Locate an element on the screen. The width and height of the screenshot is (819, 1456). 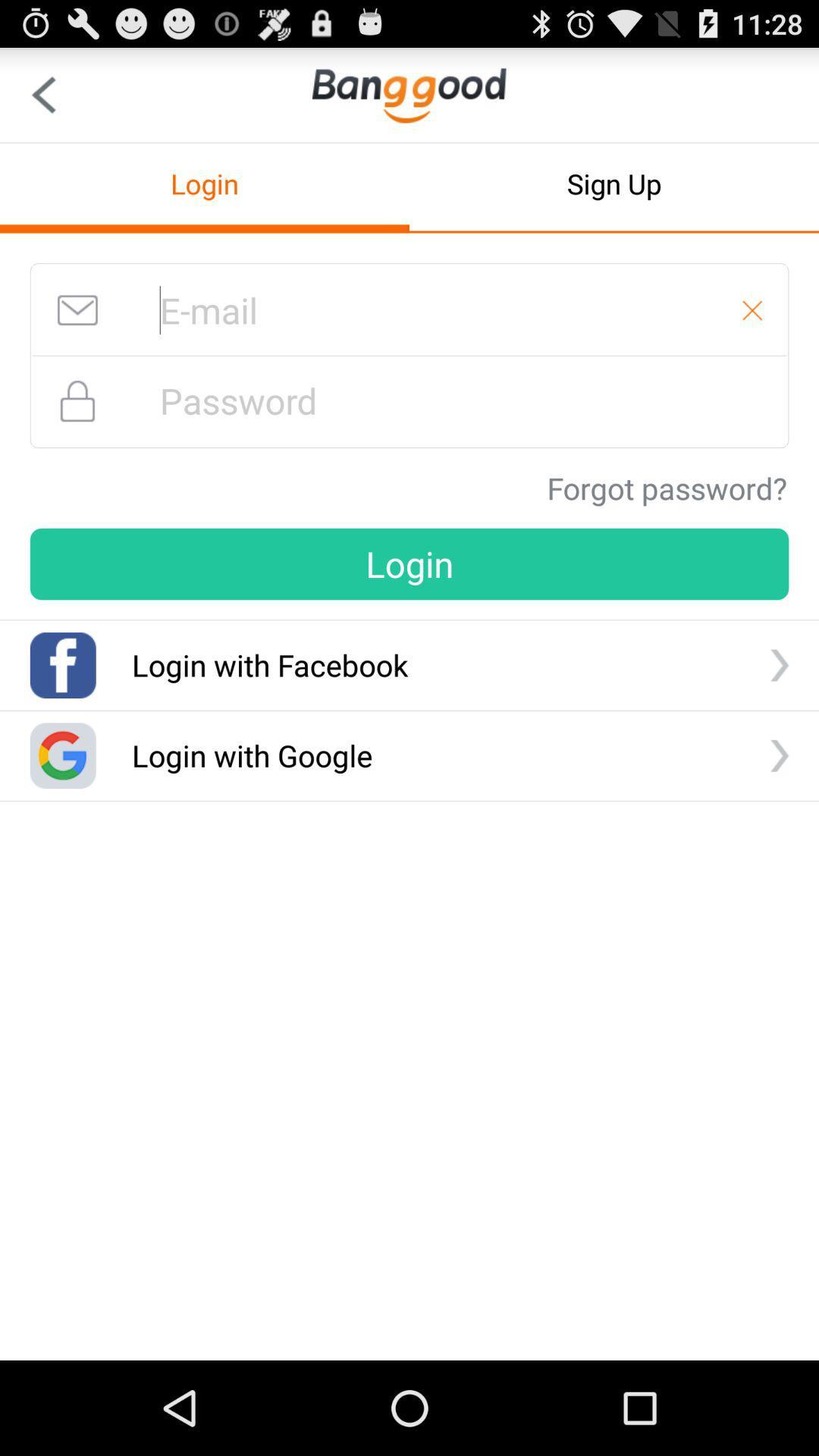
the button to the right of login is located at coordinates (614, 183).